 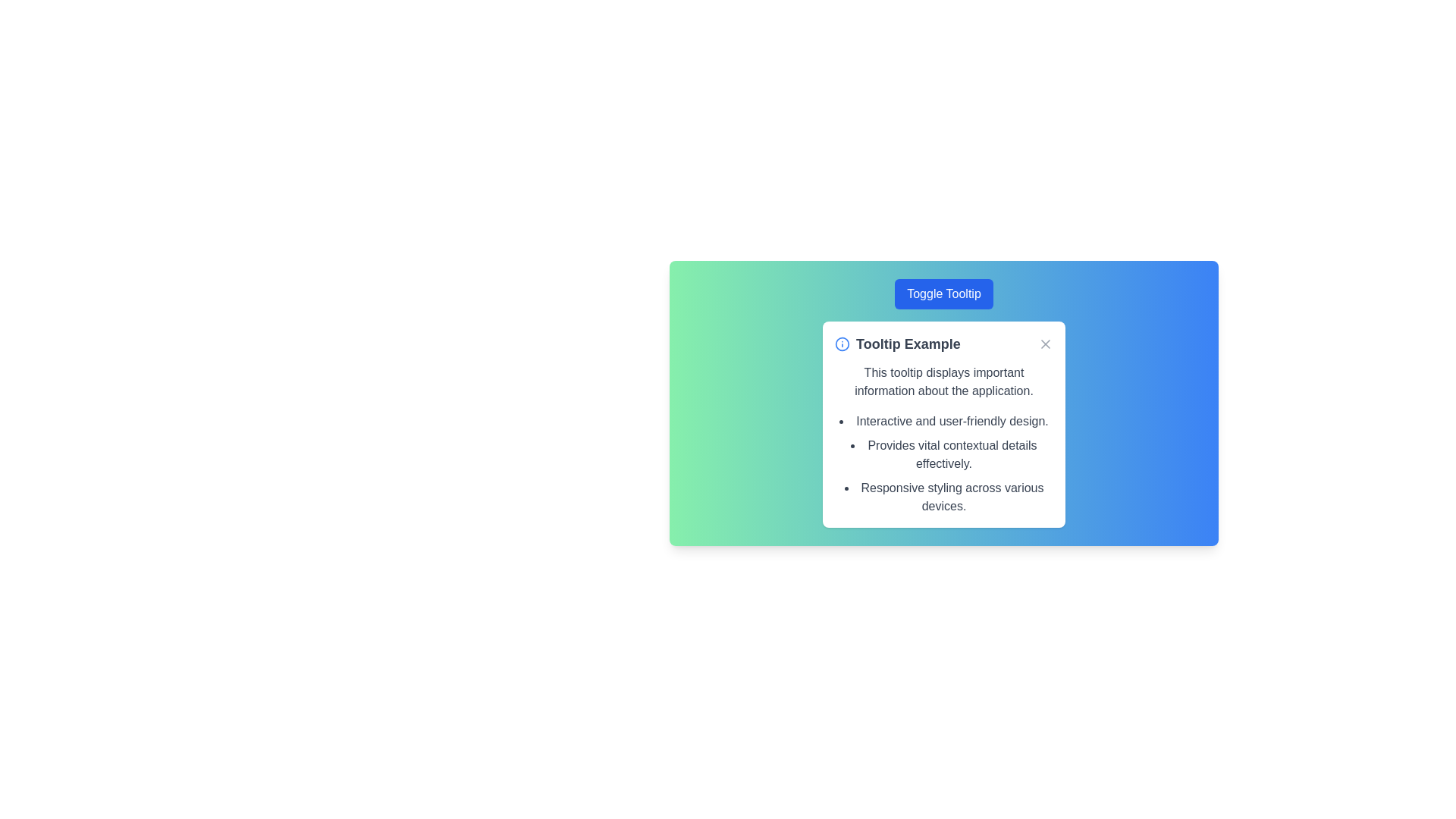 What do you see at coordinates (1044, 344) in the screenshot?
I see `the close button icon located in the top-right corner of the tooltip window titled 'Tooltip Example'` at bounding box center [1044, 344].